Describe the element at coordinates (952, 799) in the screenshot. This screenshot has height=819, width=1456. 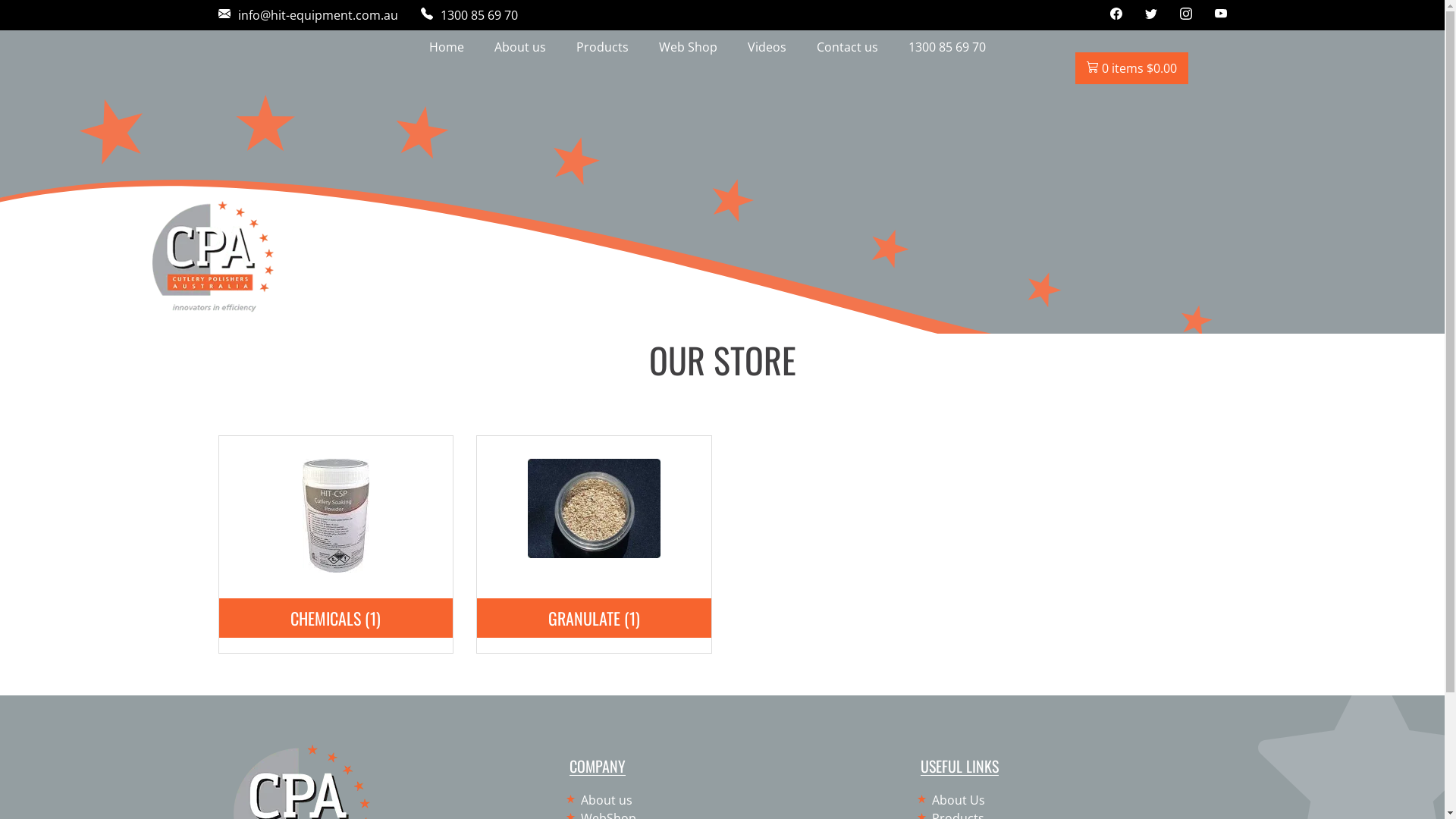
I see `'About Us'` at that location.